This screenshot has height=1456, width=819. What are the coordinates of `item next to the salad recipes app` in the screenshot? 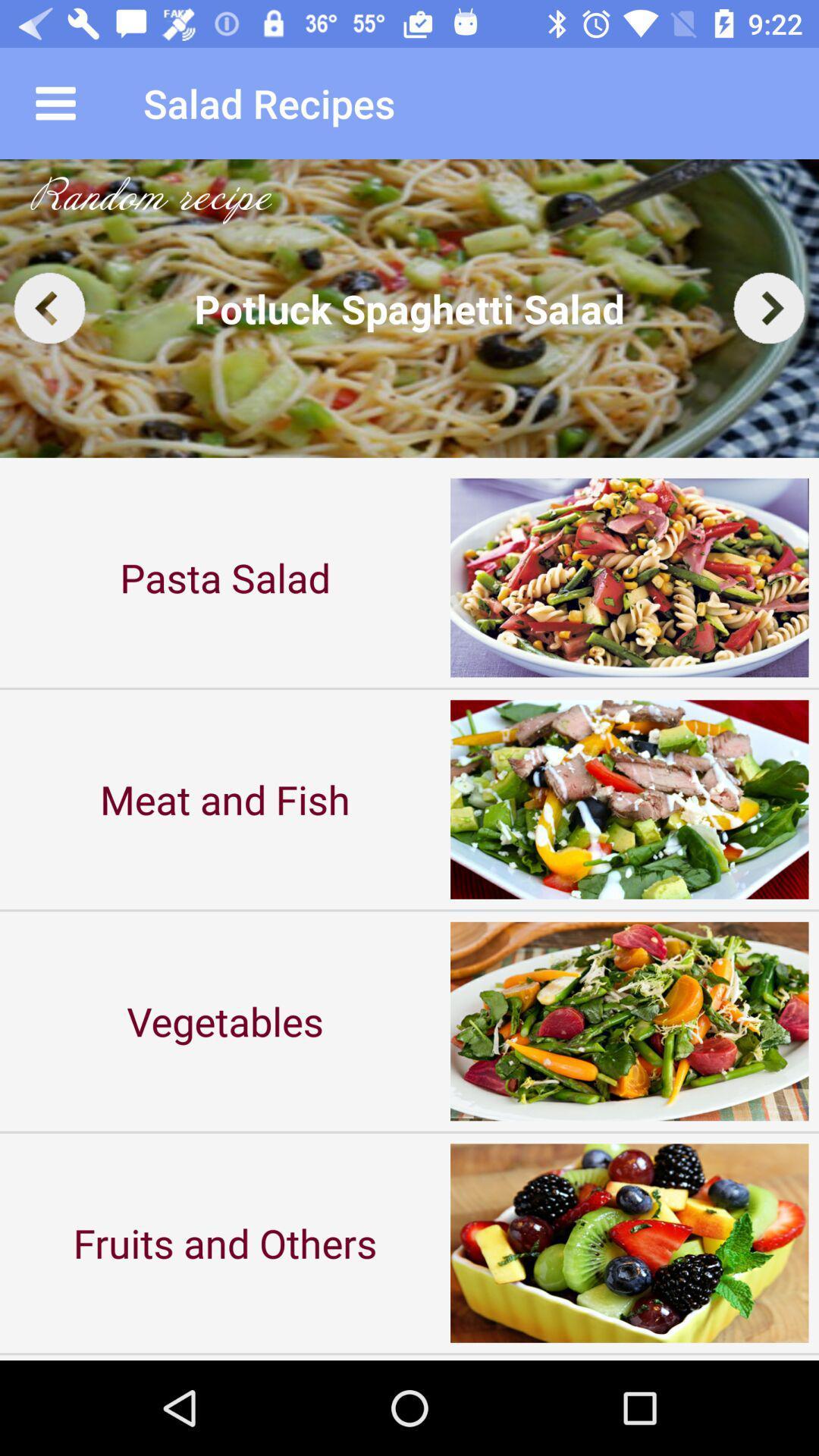 It's located at (55, 102).